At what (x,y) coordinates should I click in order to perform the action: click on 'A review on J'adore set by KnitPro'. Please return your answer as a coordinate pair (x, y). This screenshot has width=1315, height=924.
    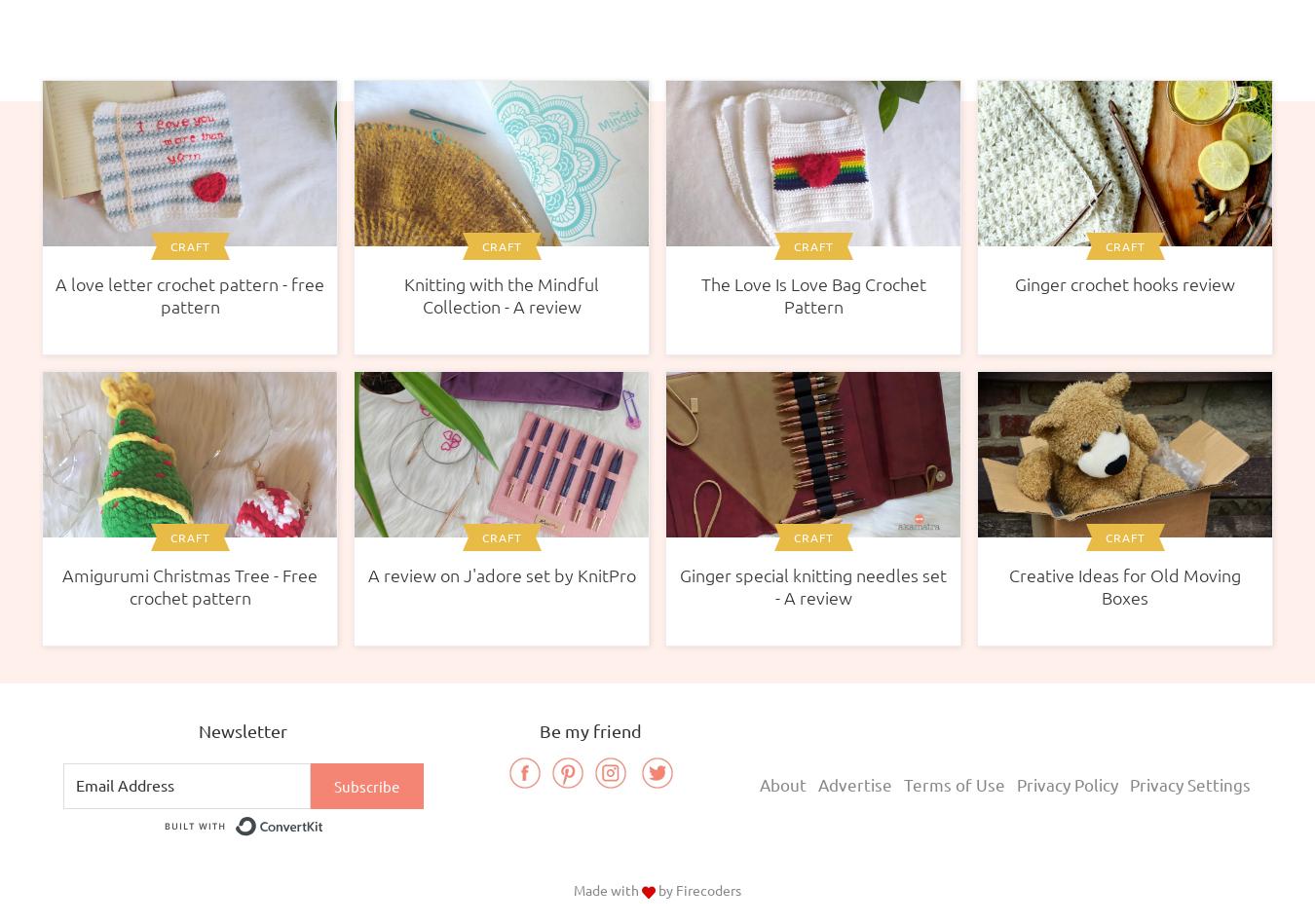
    Looking at the image, I should click on (500, 573).